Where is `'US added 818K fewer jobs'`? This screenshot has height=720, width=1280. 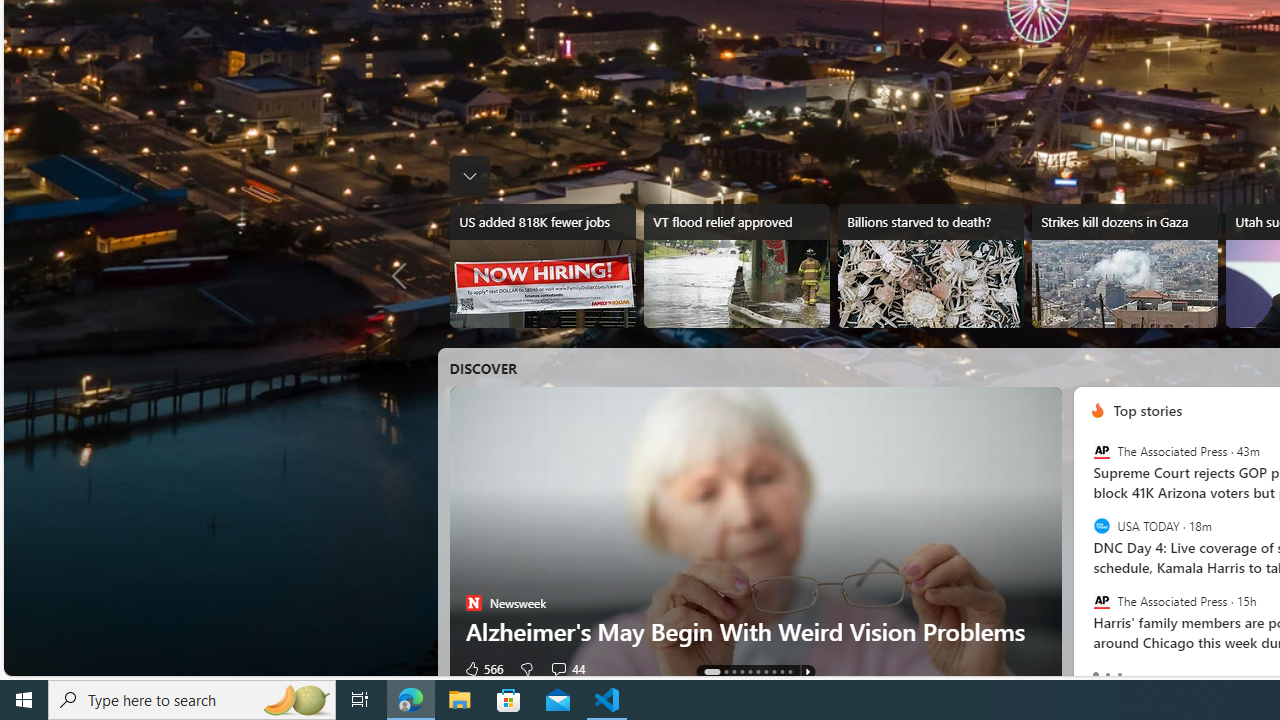 'US added 818K fewer jobs' is located at coordinates (542, 265).